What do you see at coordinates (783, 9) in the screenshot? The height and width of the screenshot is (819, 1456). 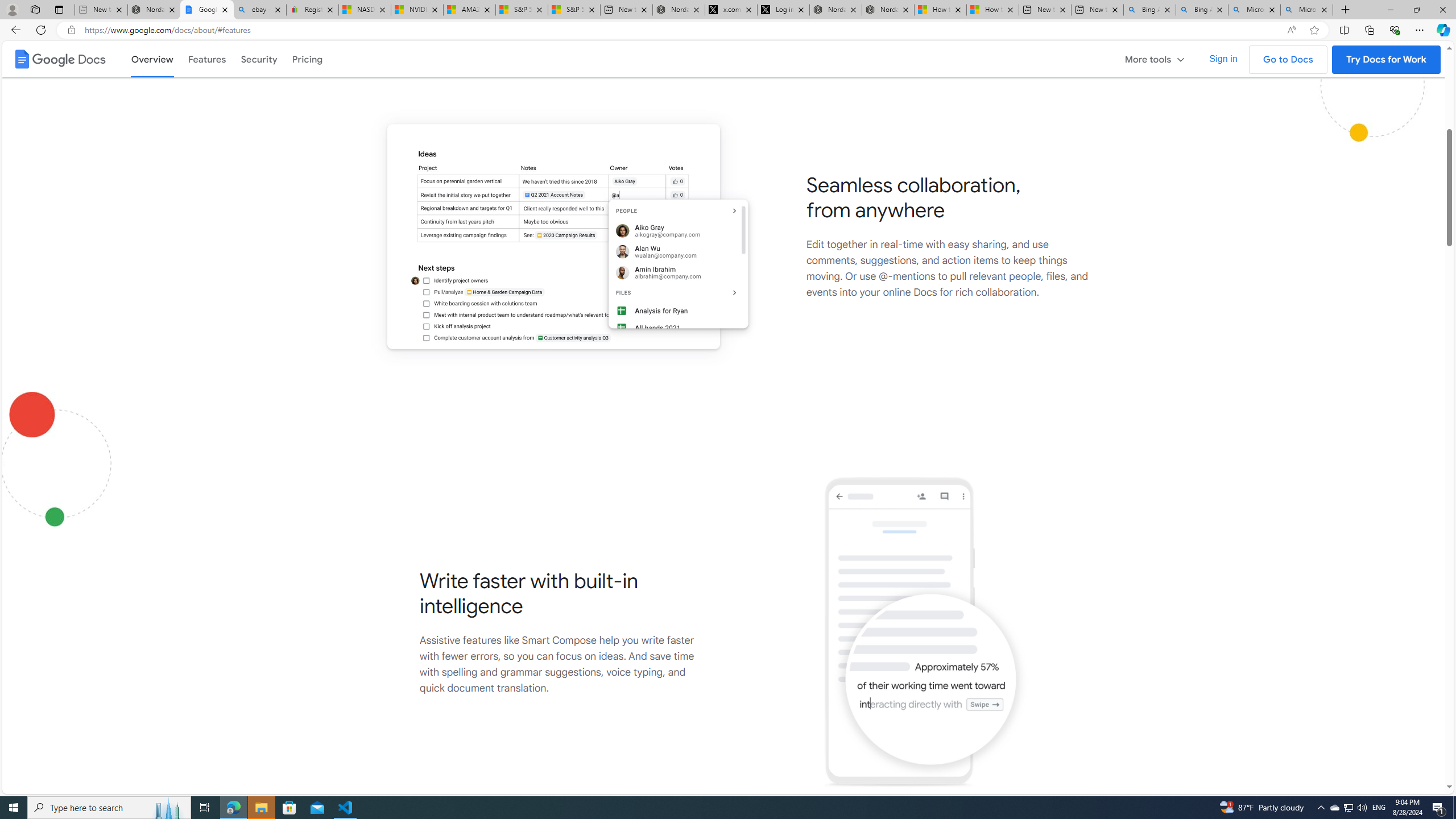 I see `'Log in to X / X'` at bounding box center [783, 9].